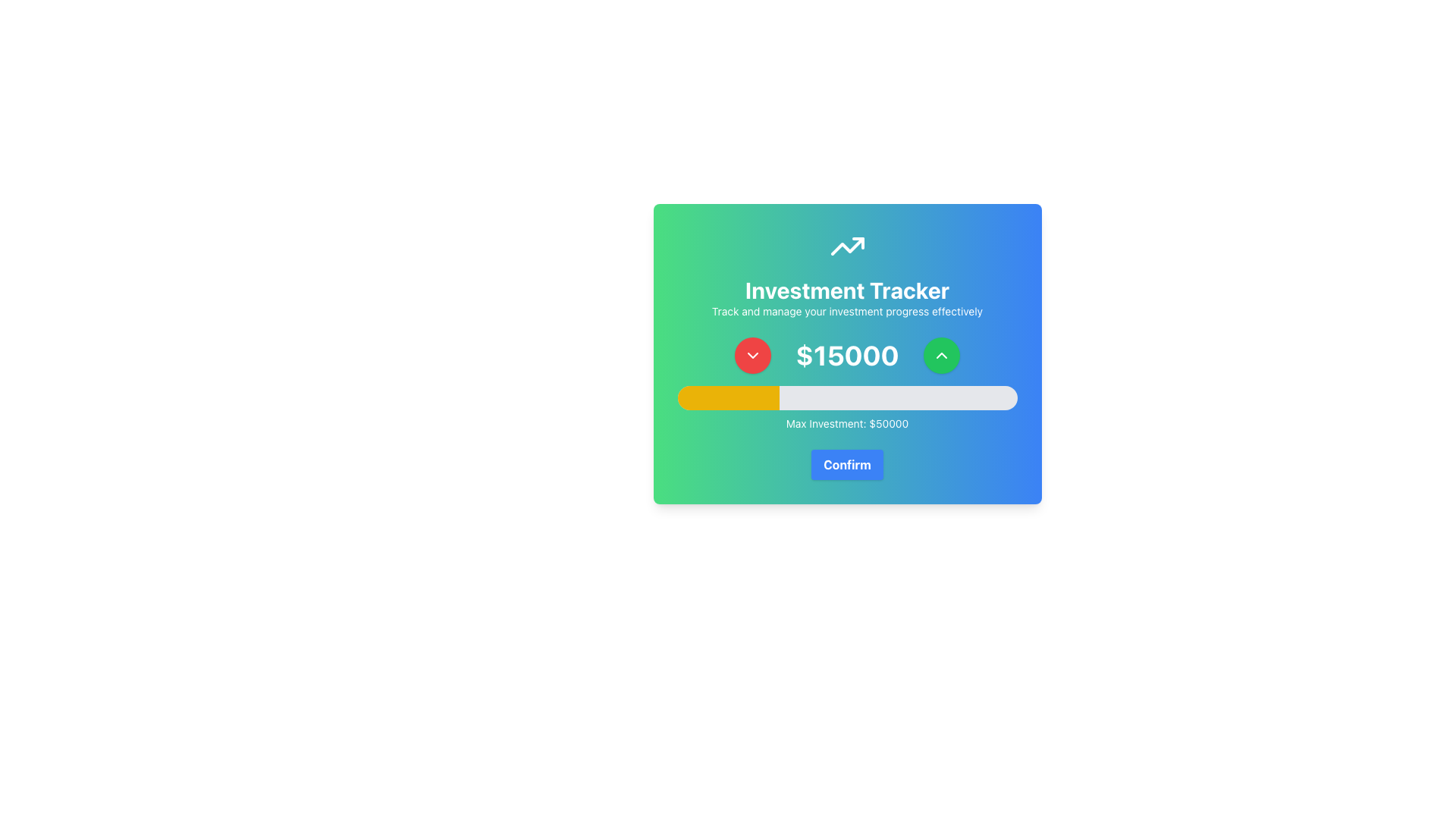 The width and height of the screenshot is (1456, 819). Describe the element at coordinates (846, 464) in the screenshot. I see `the confirmation button located at the bottom of the 'Investment Tracker' modal to finalize the selection` at that location.